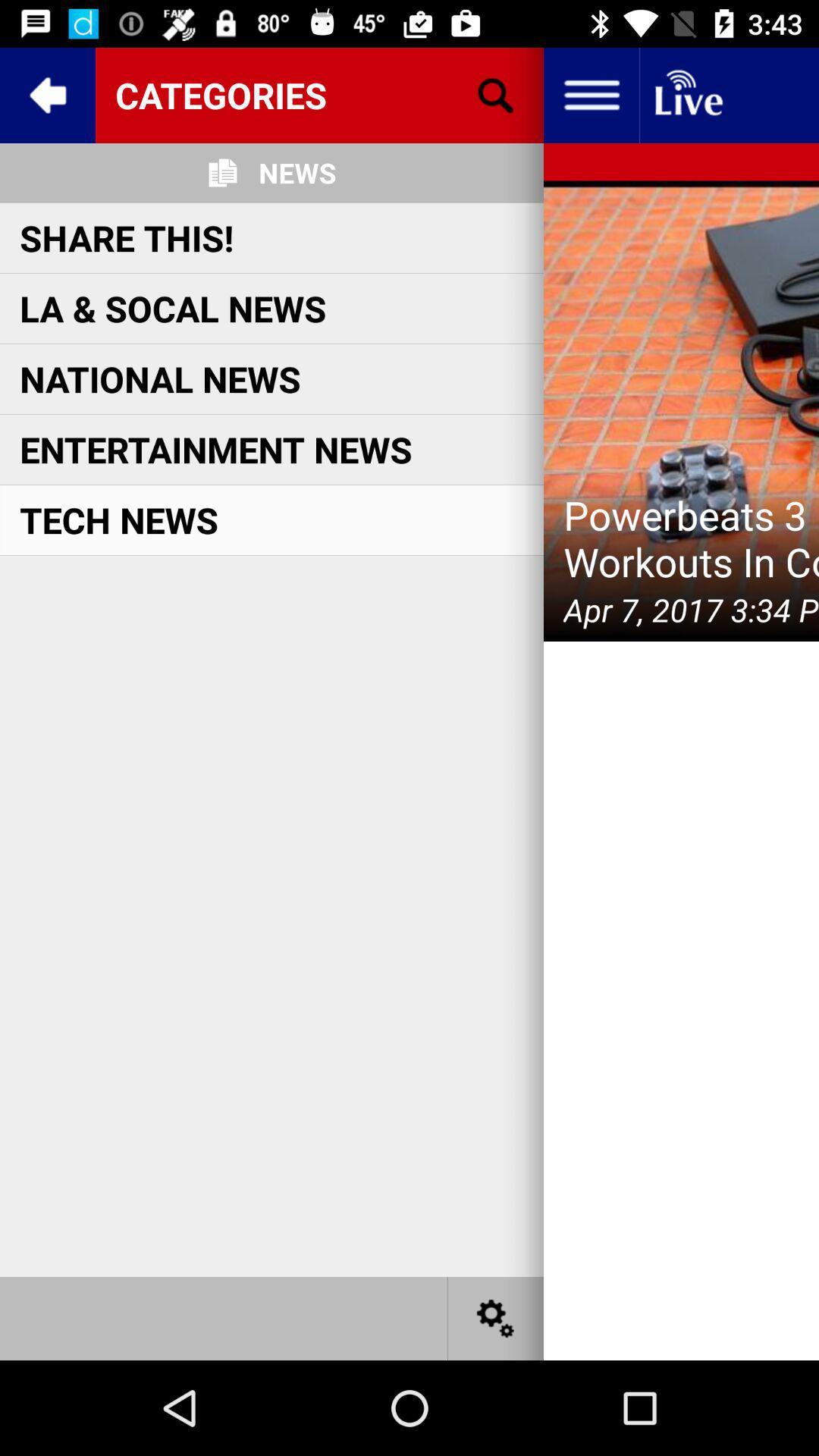  I want to click on settings of app, so click(496, 1317).